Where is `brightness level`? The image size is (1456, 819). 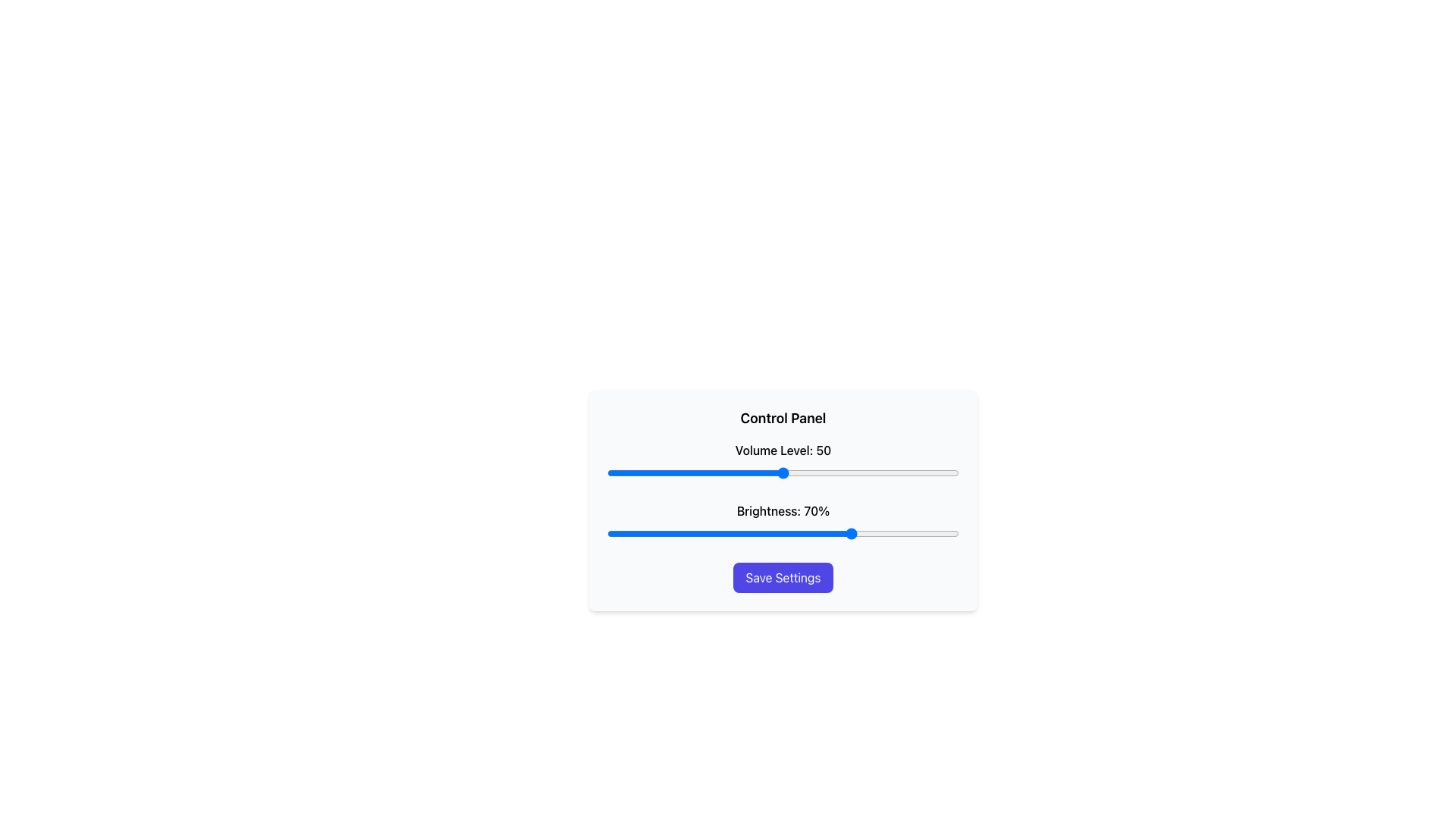 brightness level is located at coordinates (614, 533).